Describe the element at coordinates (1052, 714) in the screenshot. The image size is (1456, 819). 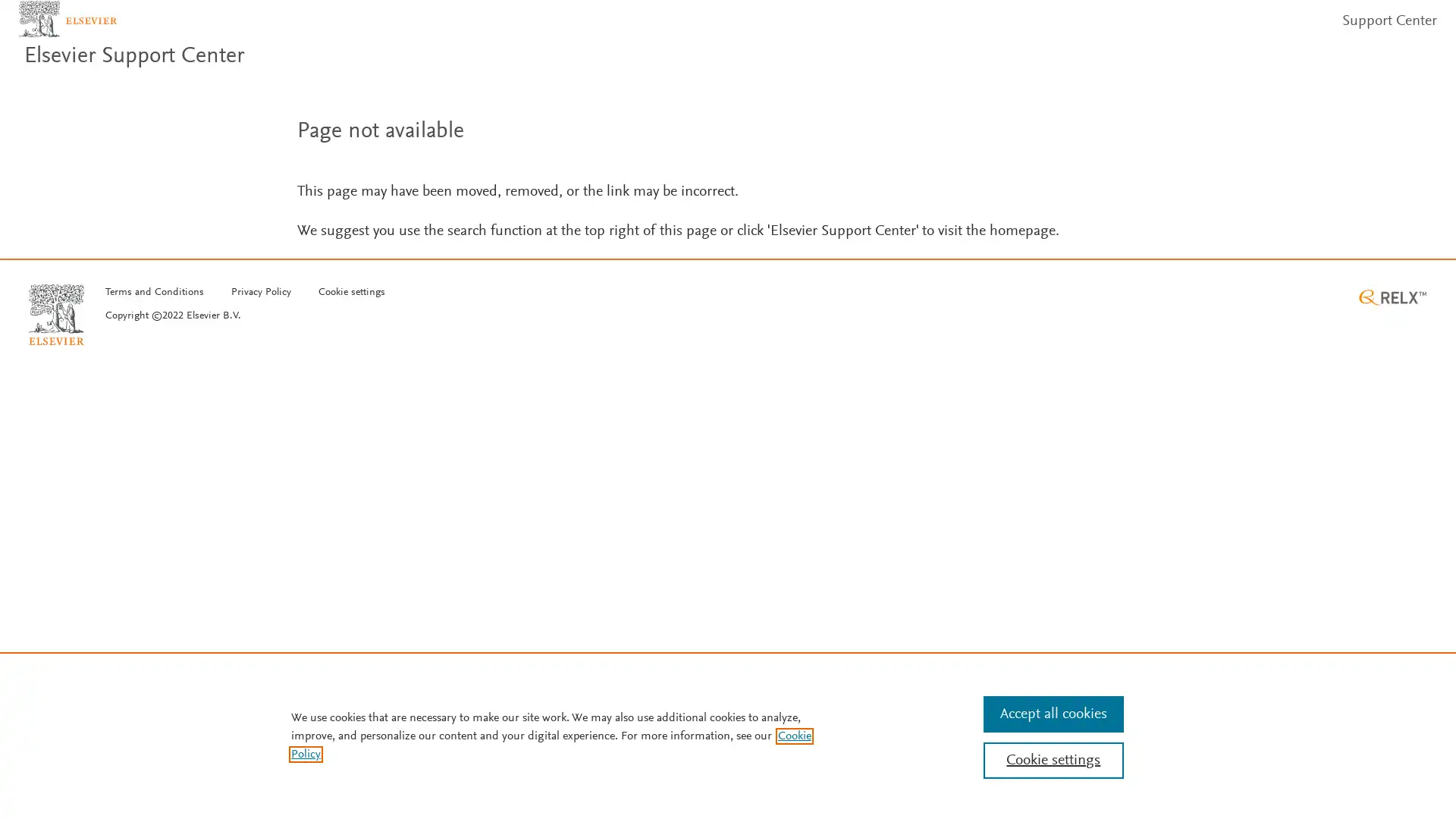
I see `Accept all cookies` at that location.